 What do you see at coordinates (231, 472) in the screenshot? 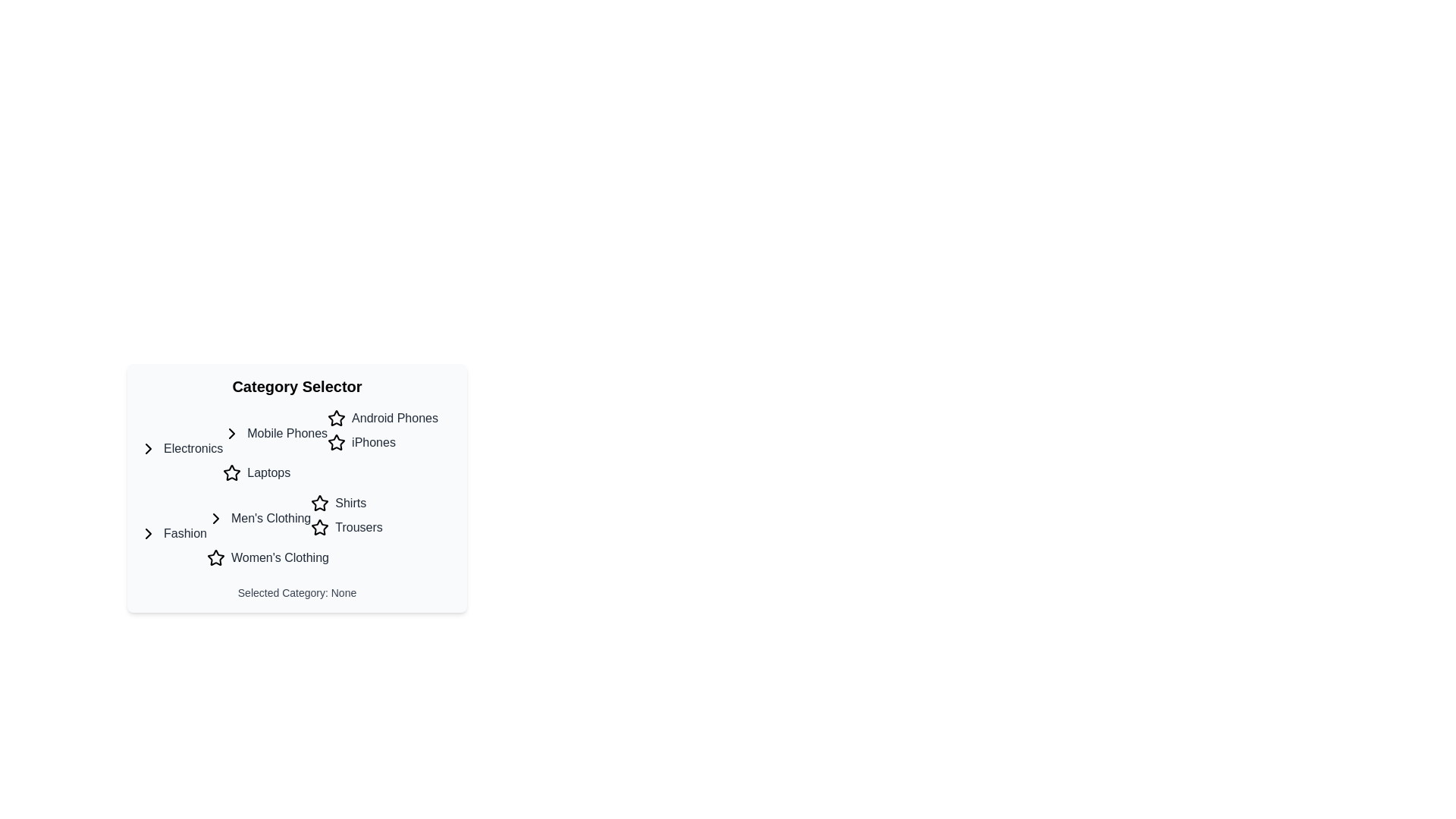
I see `the star-shaped icon located adjacent to the label 'Laptops' in the 'Electronics' section` at bounding box center [231, 472].